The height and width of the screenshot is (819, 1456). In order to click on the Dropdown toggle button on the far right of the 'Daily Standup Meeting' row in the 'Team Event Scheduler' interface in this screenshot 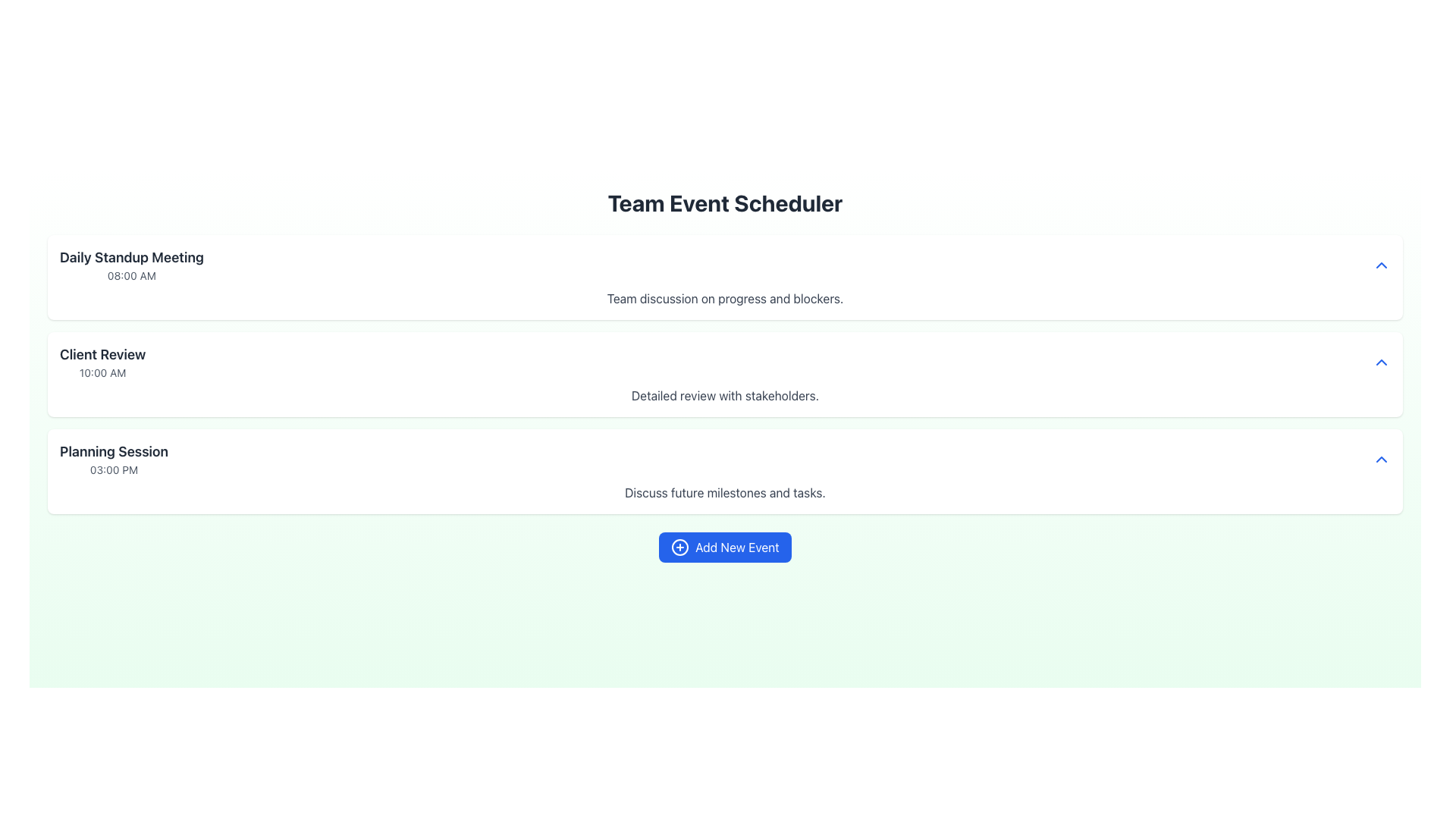, I will do `click(1382, 265)`.